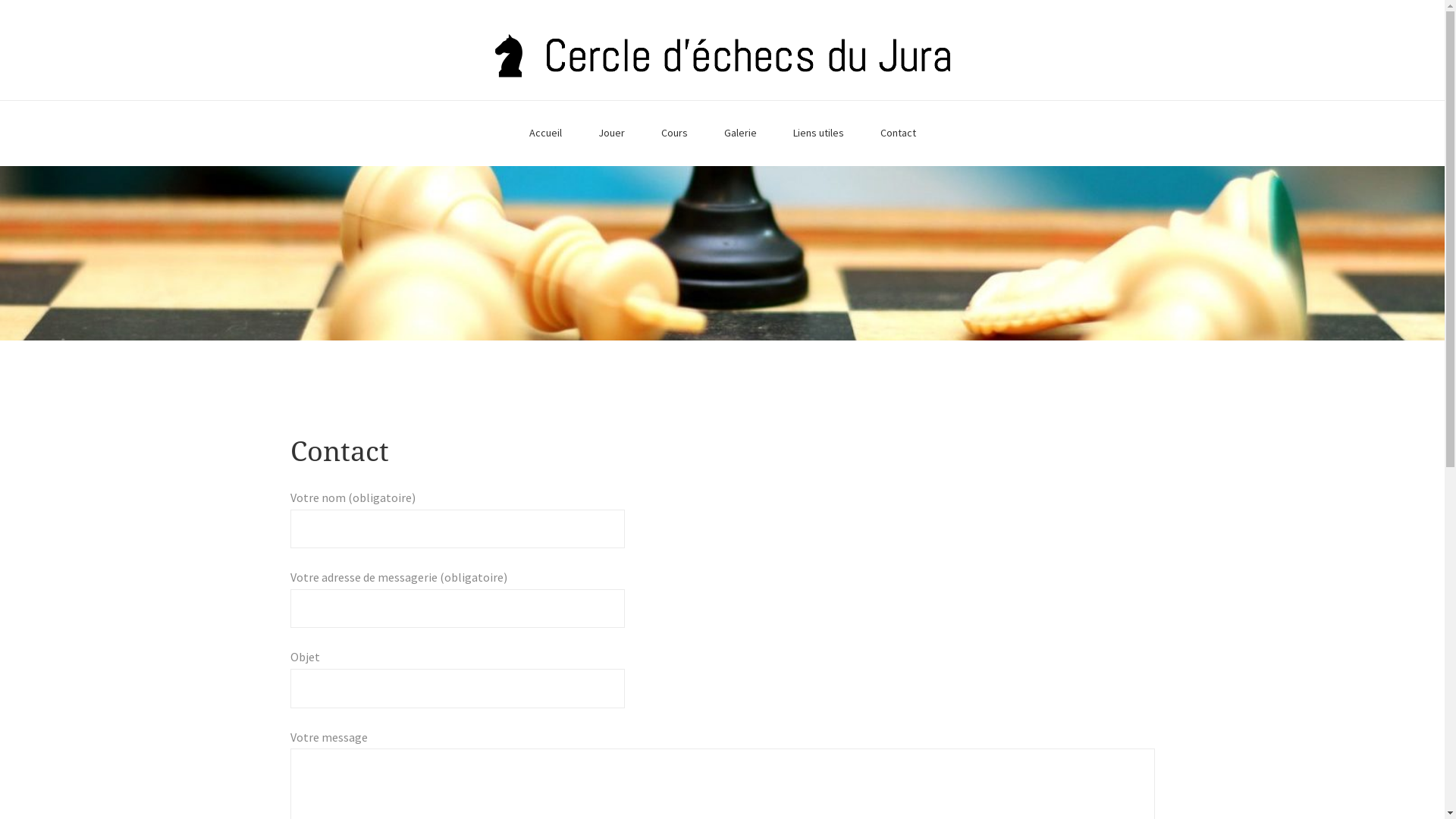 Image resolution: width=1456 pixels, height=819 pixels. Describe the element at coordinates (817, 133) in the screenshot. I see `'Liens utiles'` at that location.